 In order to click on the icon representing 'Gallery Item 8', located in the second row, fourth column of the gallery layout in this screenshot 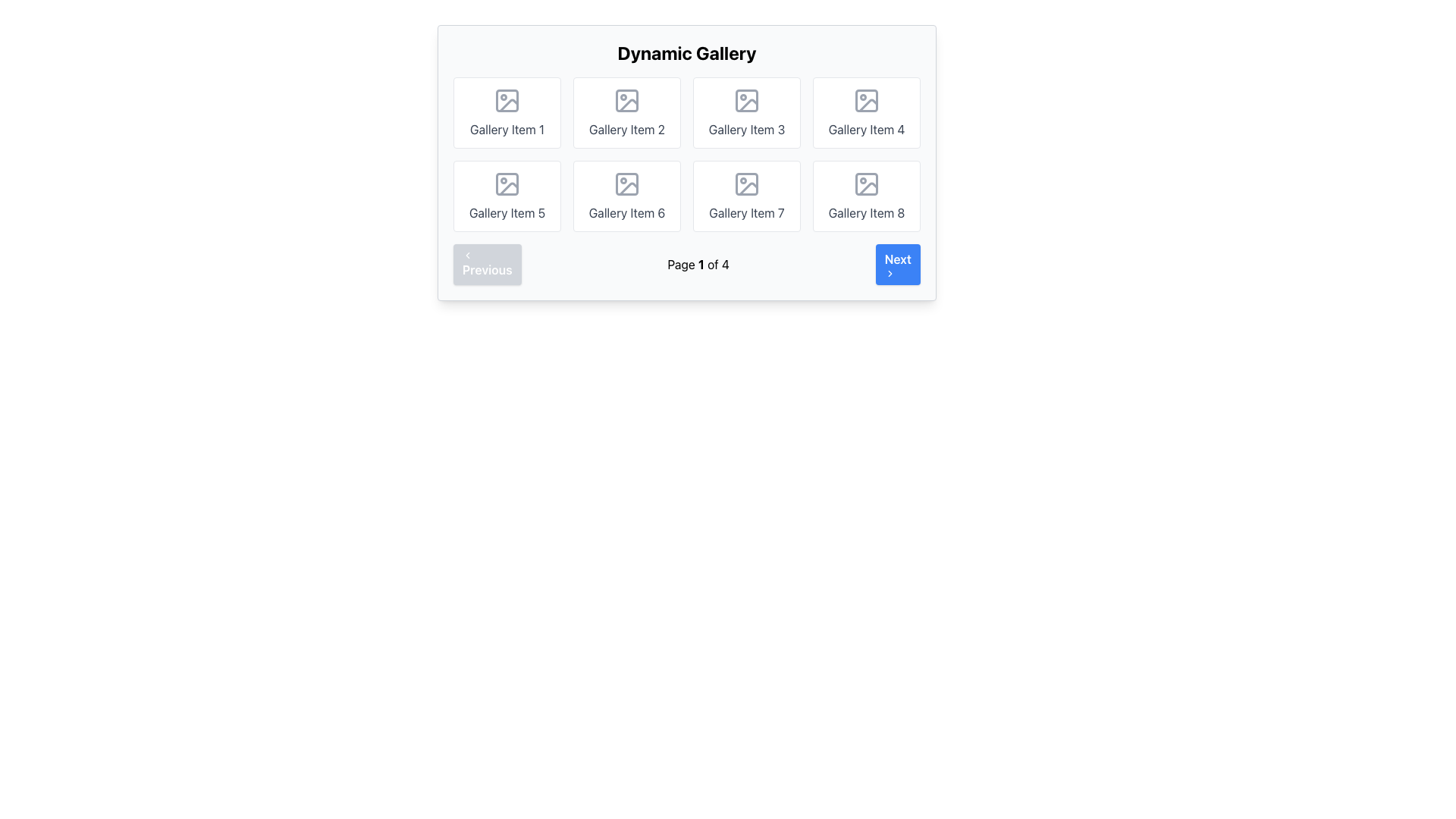, I will do `click(866, 184)`.